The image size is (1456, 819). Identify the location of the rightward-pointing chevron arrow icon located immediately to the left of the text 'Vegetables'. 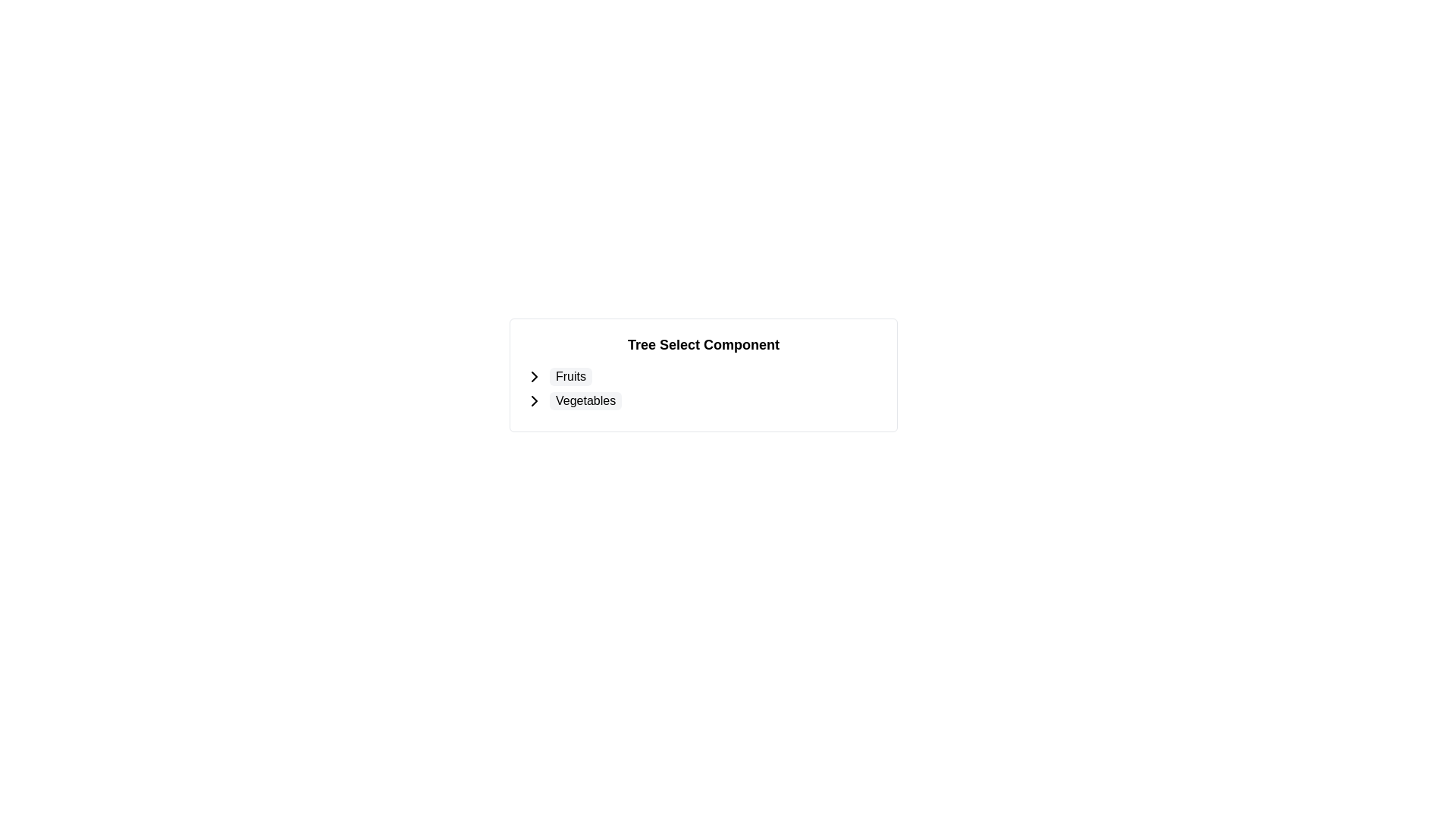
(535, 400).